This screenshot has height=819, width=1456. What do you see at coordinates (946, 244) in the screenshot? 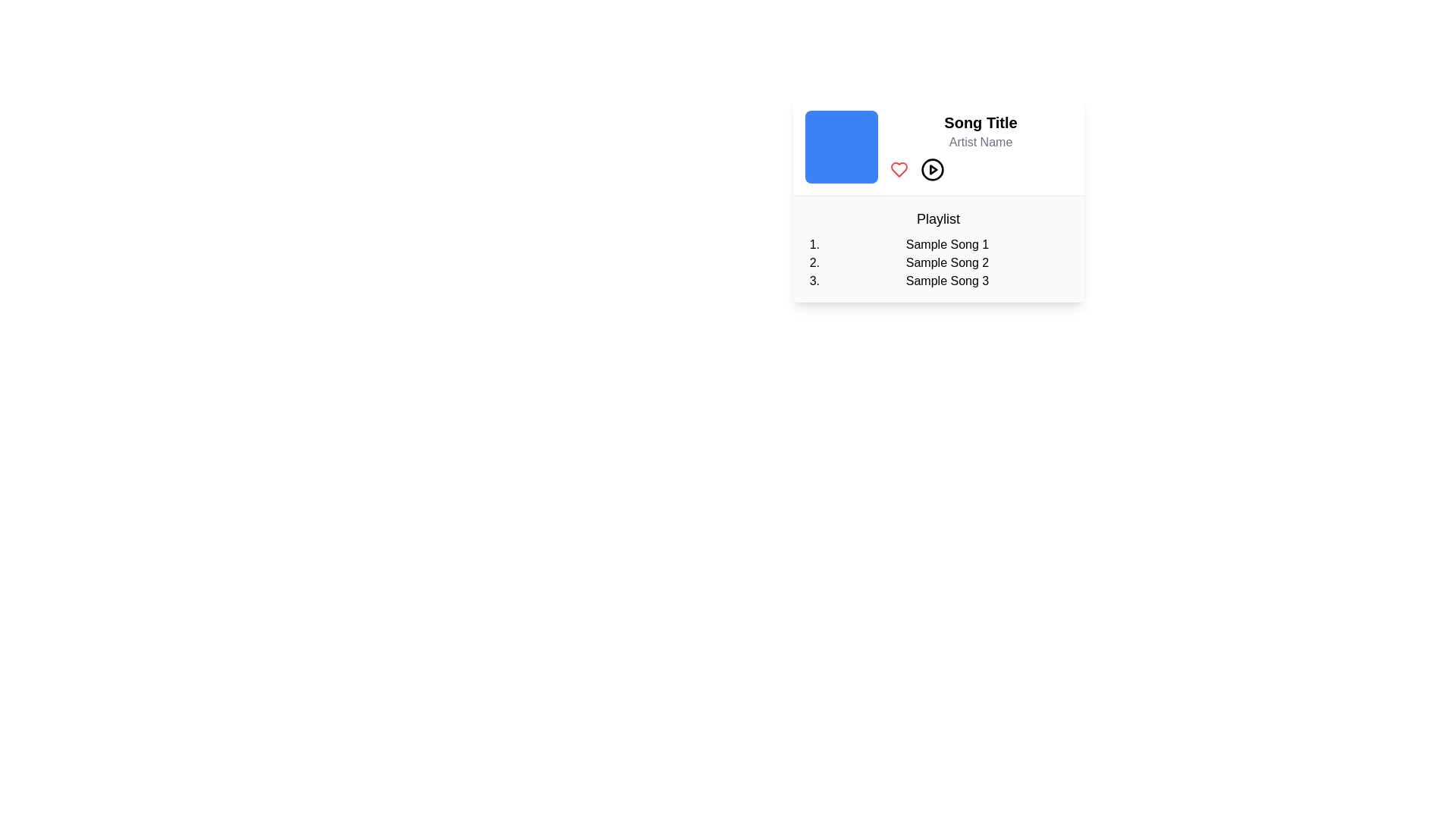
I see `the text label displaying 'Sample Song 1', which is the first item in the vertical playlist under the 'Playlist' header` at bounding box center [946, 244].